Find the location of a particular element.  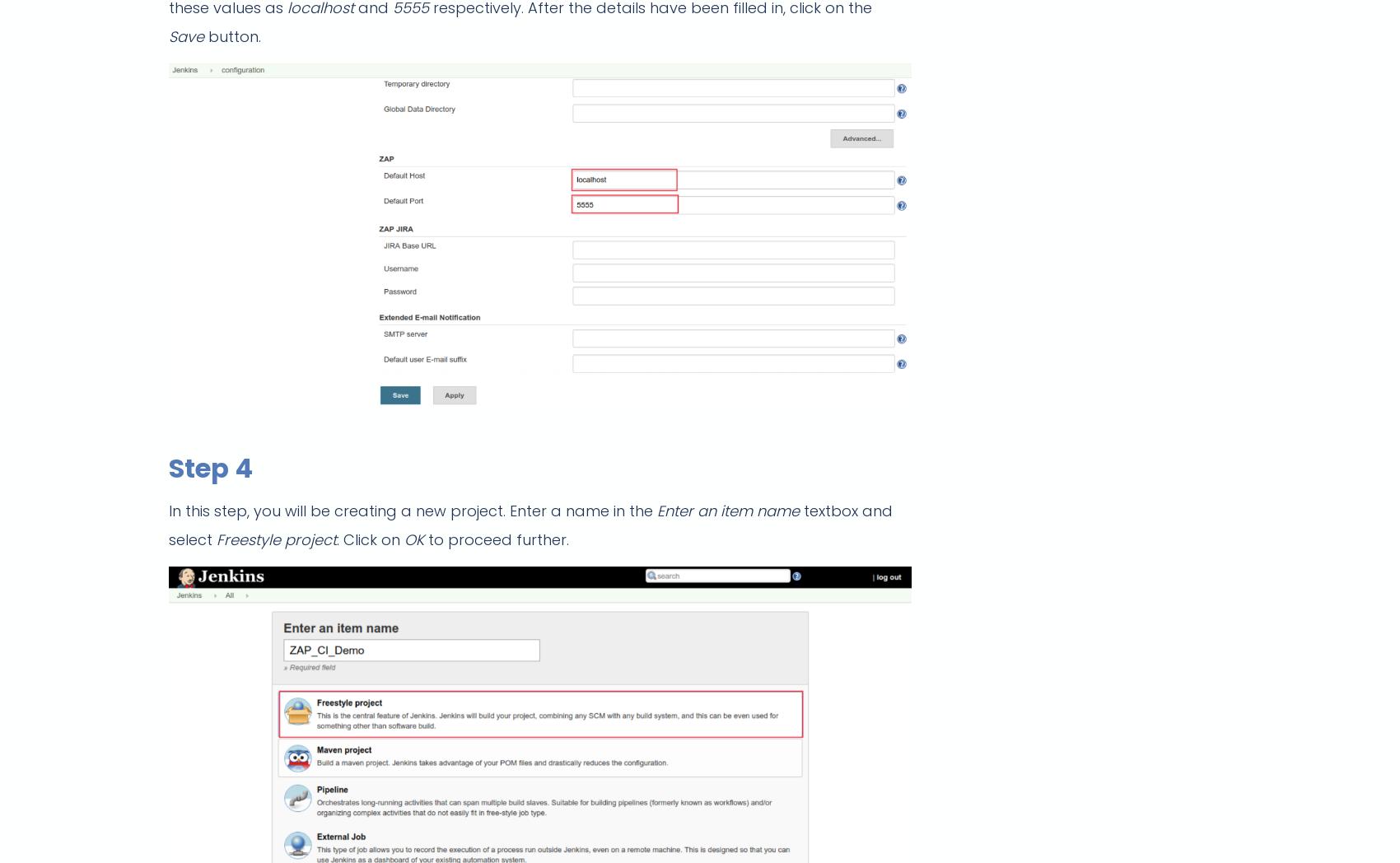

'. Click on' is located at coordinates (370, 539).